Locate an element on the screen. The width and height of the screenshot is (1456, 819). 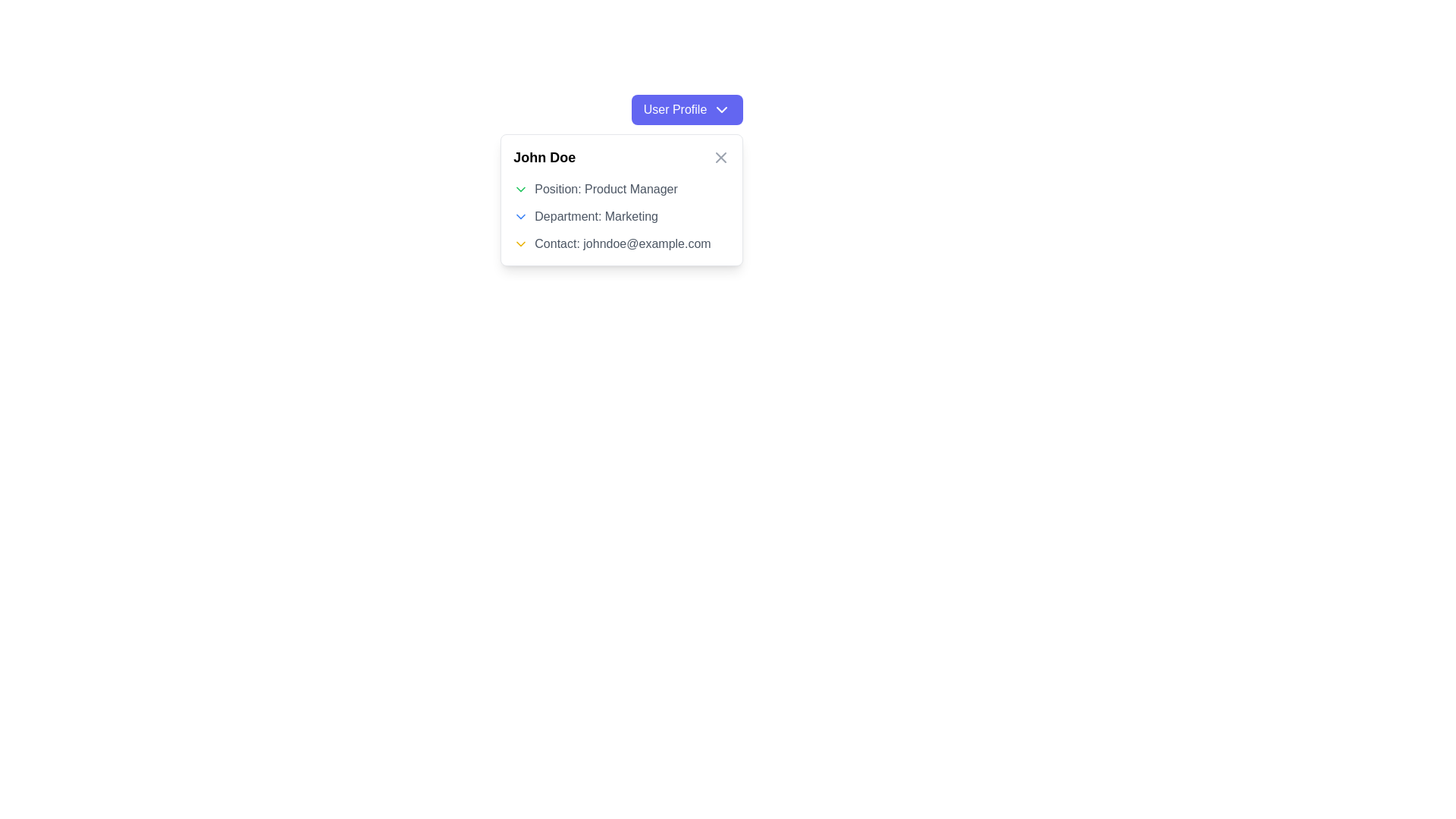
contact information displayed in the text label 'Contact:' which shows the email address 'johndoe@example.com' accompanied by a yellow downward triangle icon is located at coordinates (622, 243).